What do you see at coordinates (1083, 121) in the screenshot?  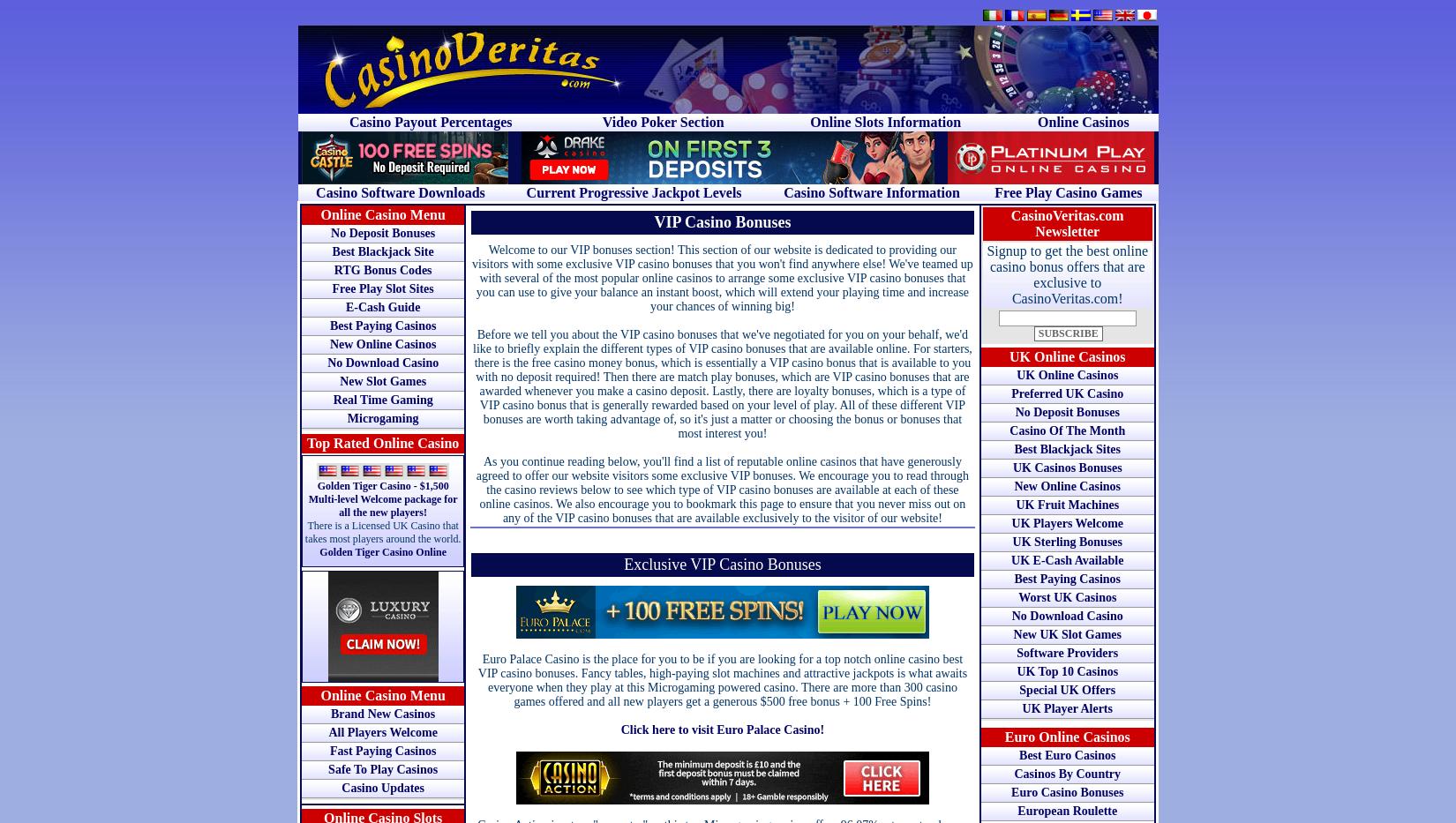 I see `'Online Casinos'` at bounding box center [1083, 121].